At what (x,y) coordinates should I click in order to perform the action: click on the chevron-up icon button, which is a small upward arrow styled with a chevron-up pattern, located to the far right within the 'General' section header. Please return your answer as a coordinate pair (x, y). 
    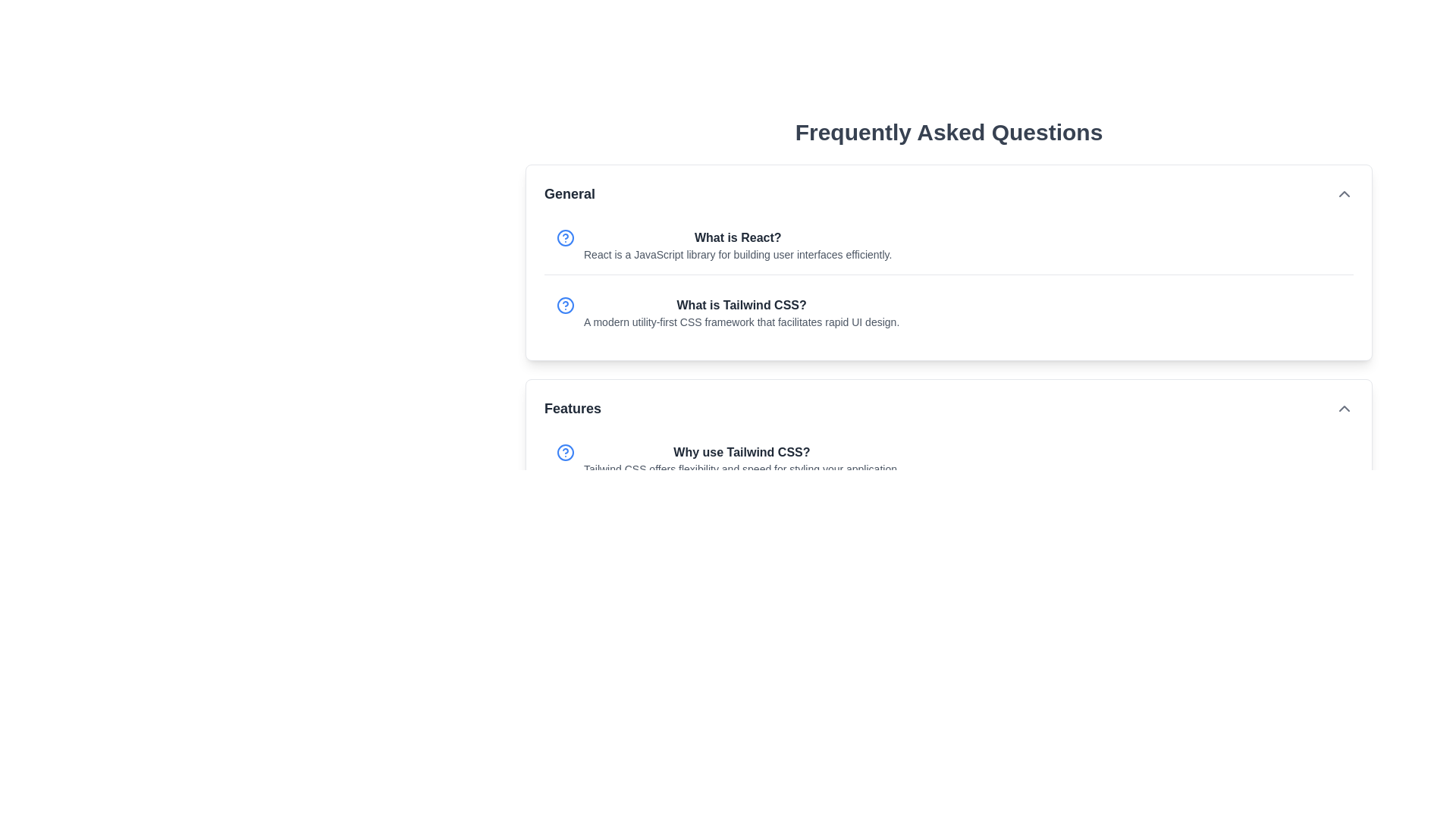
    Looking at the image, I should click on (1344, 193).